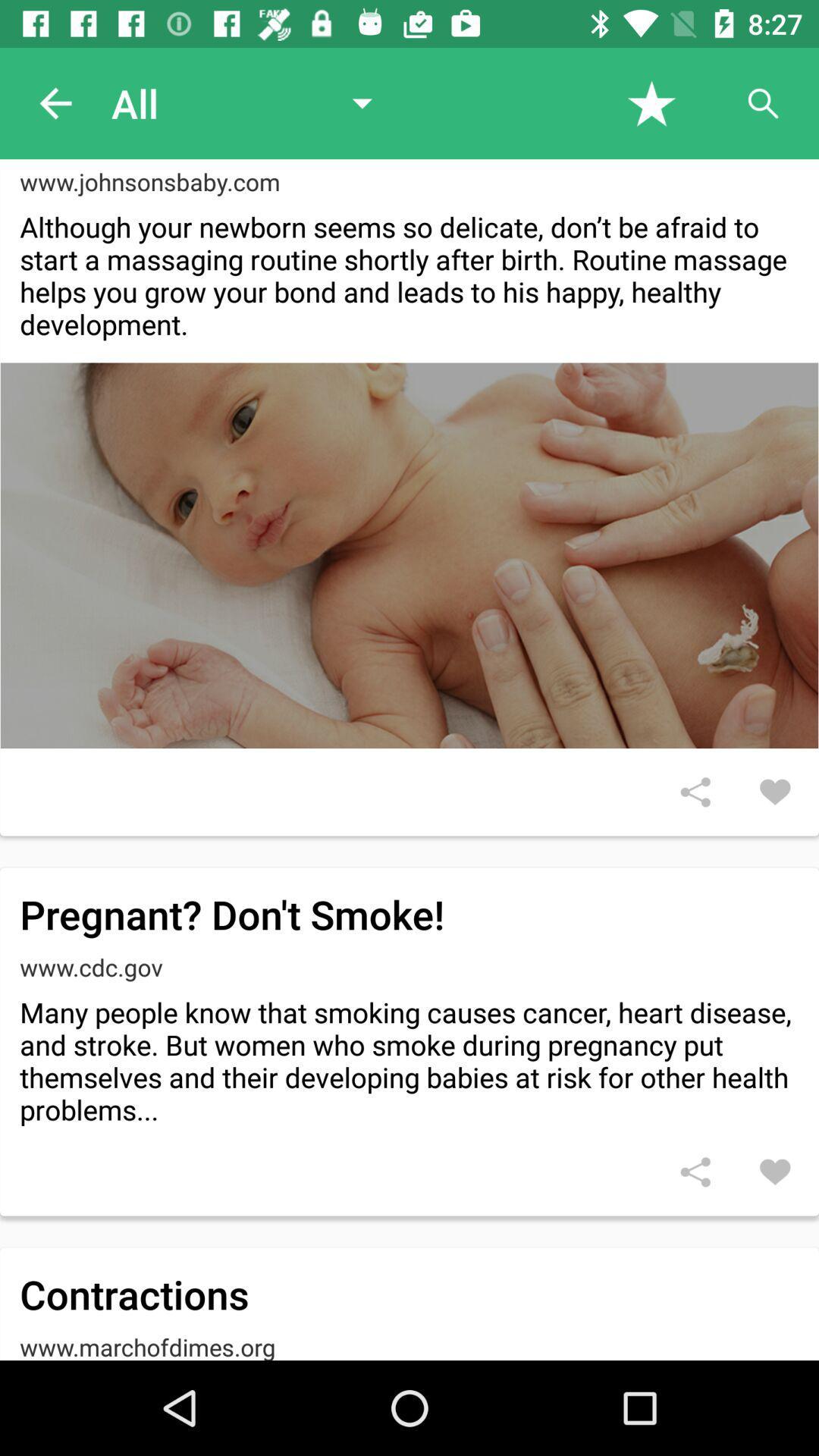  What do you see at coordinates (763, 102) in the screenshot?
I see `search option` at bounding box center [763, 102].